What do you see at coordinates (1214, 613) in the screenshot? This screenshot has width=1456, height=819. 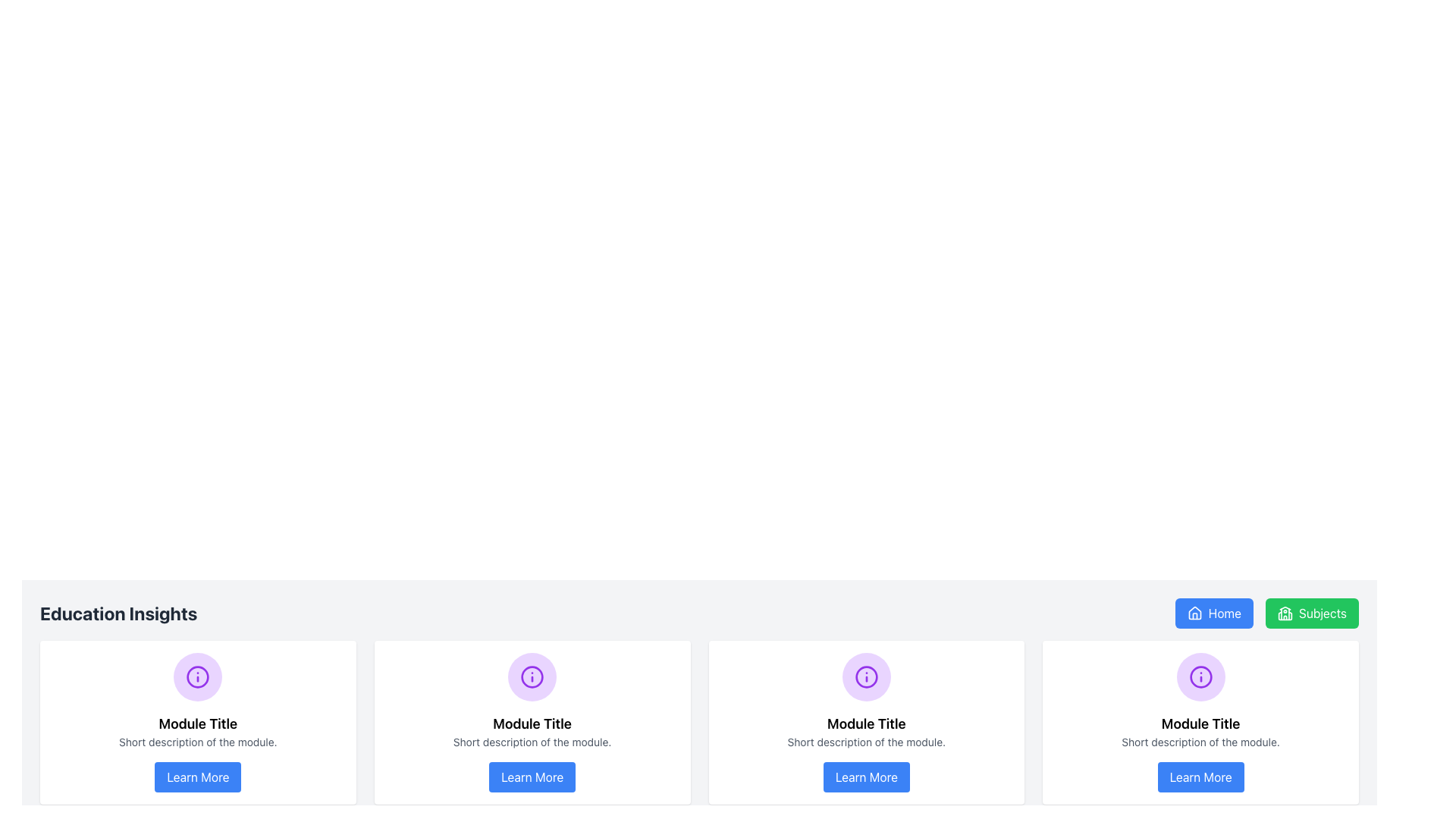 I see `the blue rectangular button labeled 'Home' with a house icon` at bounding box center [1214, 613].